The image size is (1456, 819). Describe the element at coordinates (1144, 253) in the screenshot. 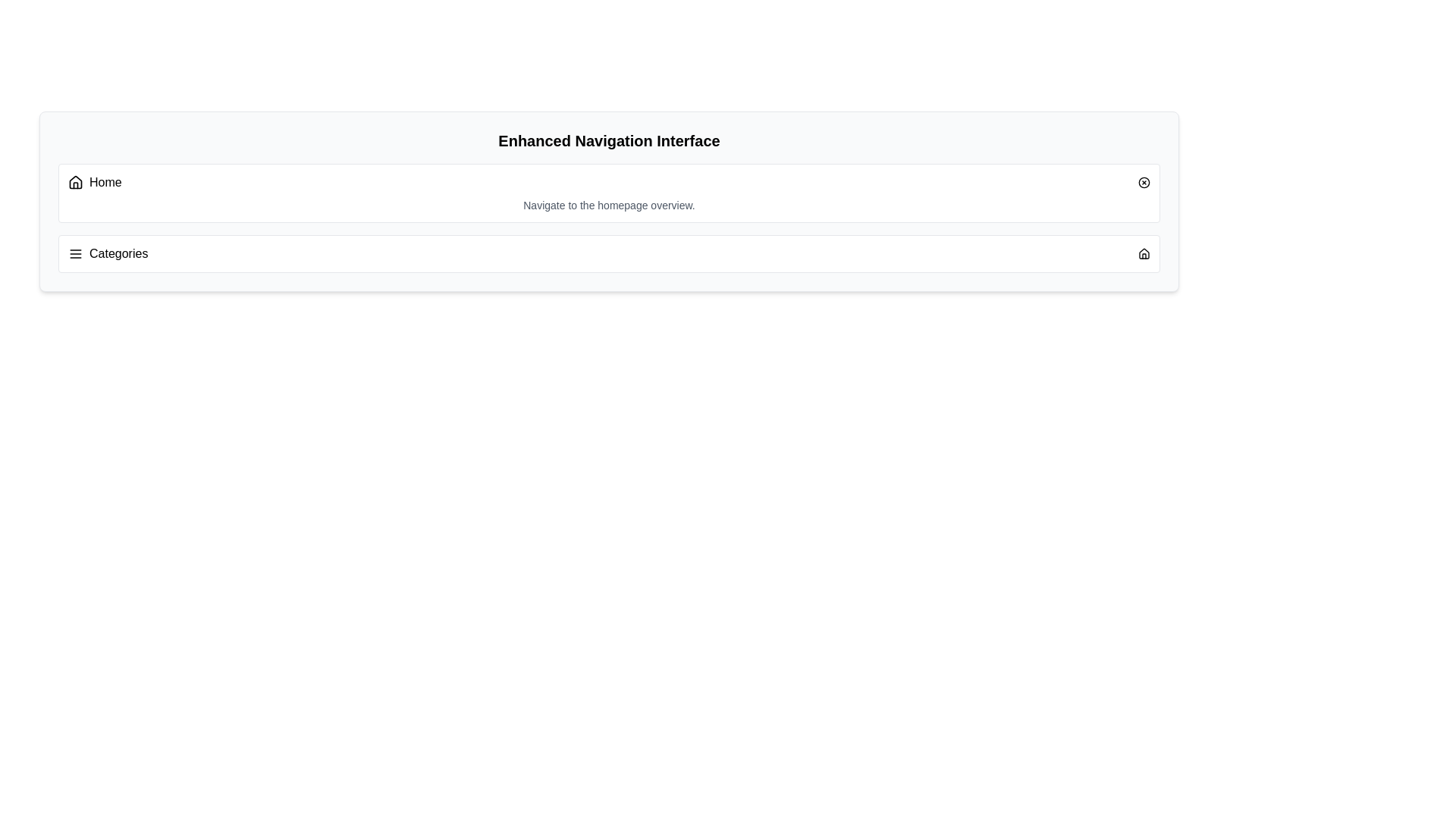

I see `the house icon located on the far right side of the 'Categories' section, which serves as a link to the homepage or top-level navigation` at that location.